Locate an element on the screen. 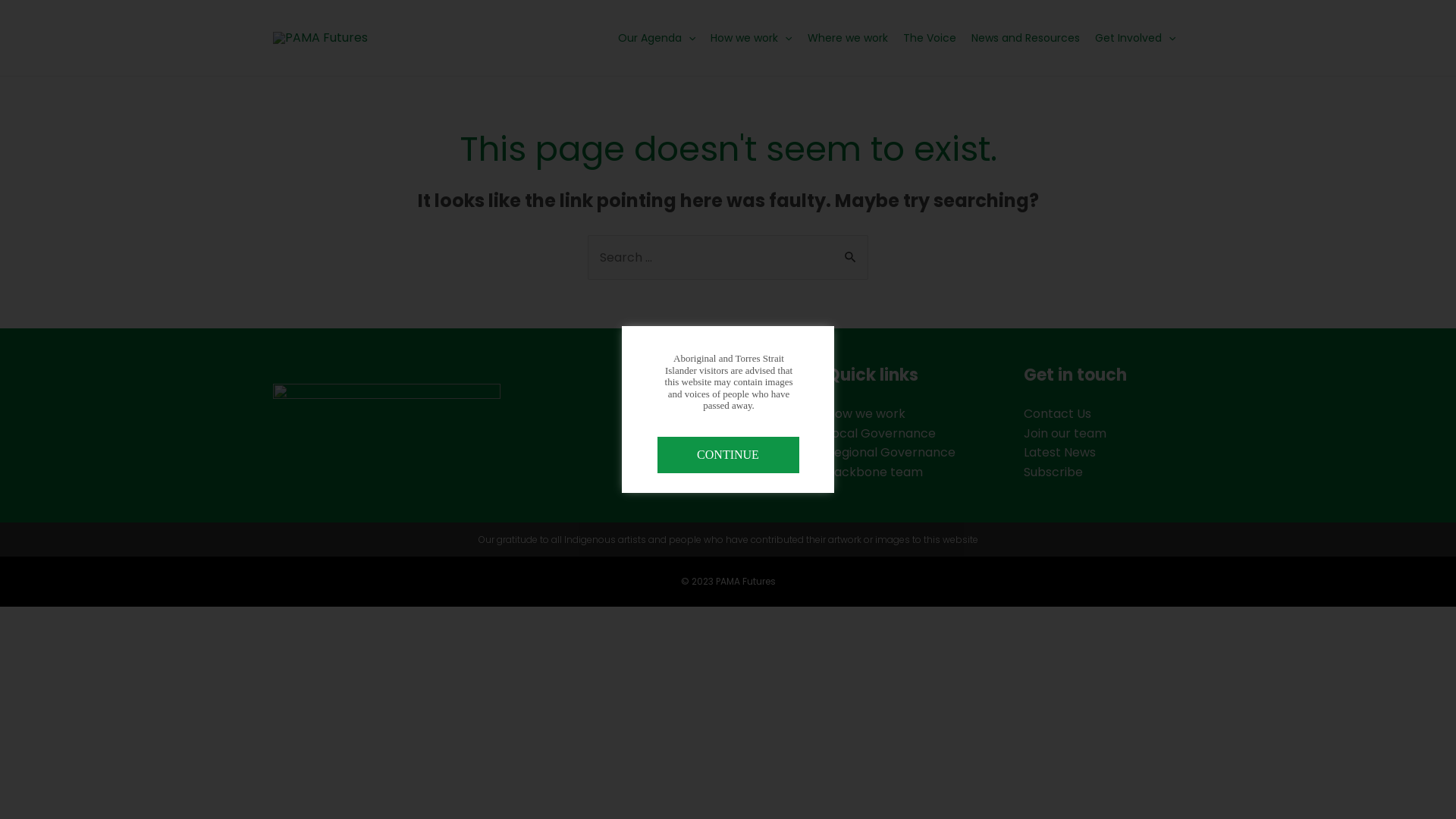  'The Voice' is located at coordinates (895, 37).